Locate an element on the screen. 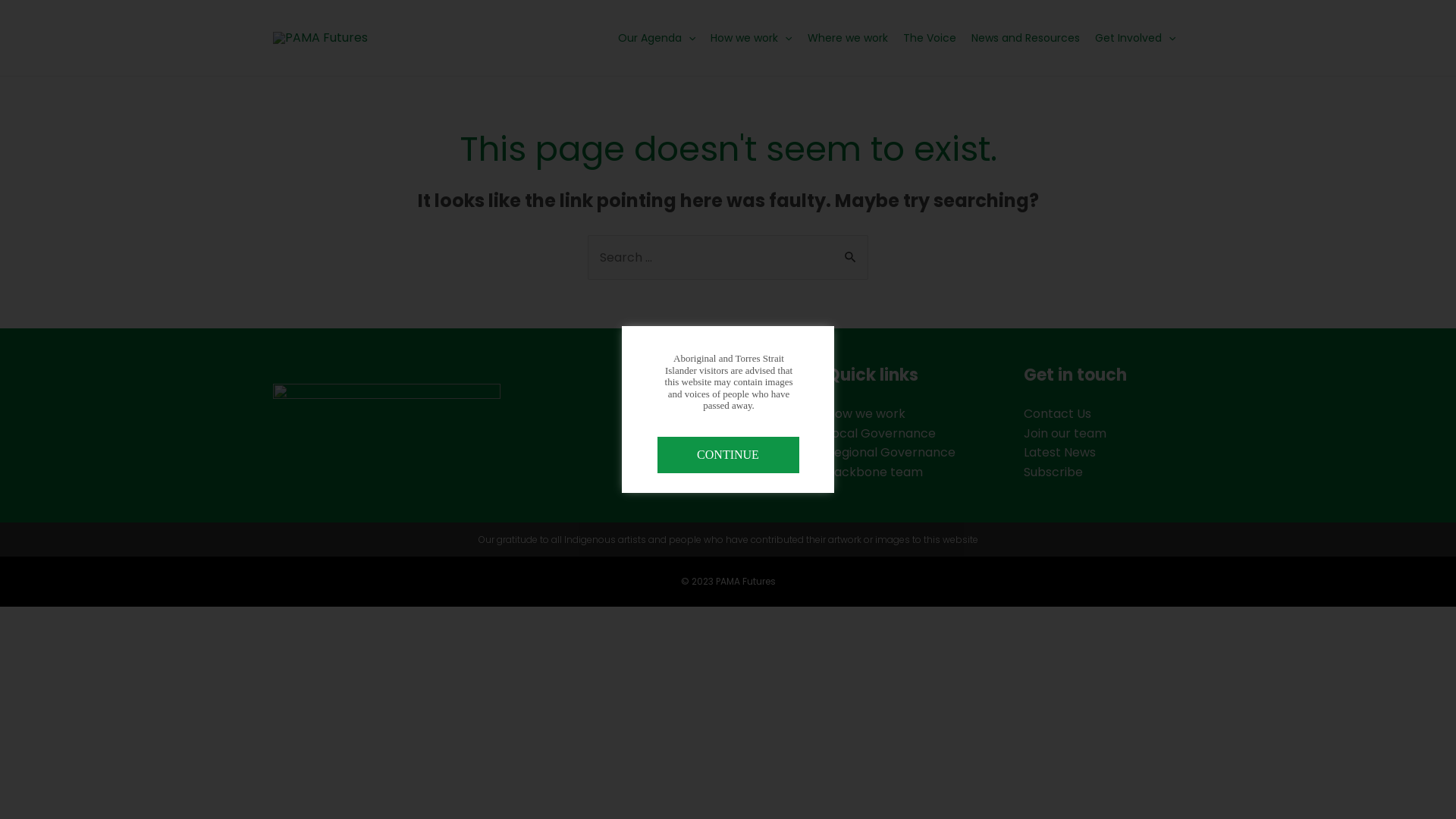  'The Voice' is located at coordinates (895, 37).